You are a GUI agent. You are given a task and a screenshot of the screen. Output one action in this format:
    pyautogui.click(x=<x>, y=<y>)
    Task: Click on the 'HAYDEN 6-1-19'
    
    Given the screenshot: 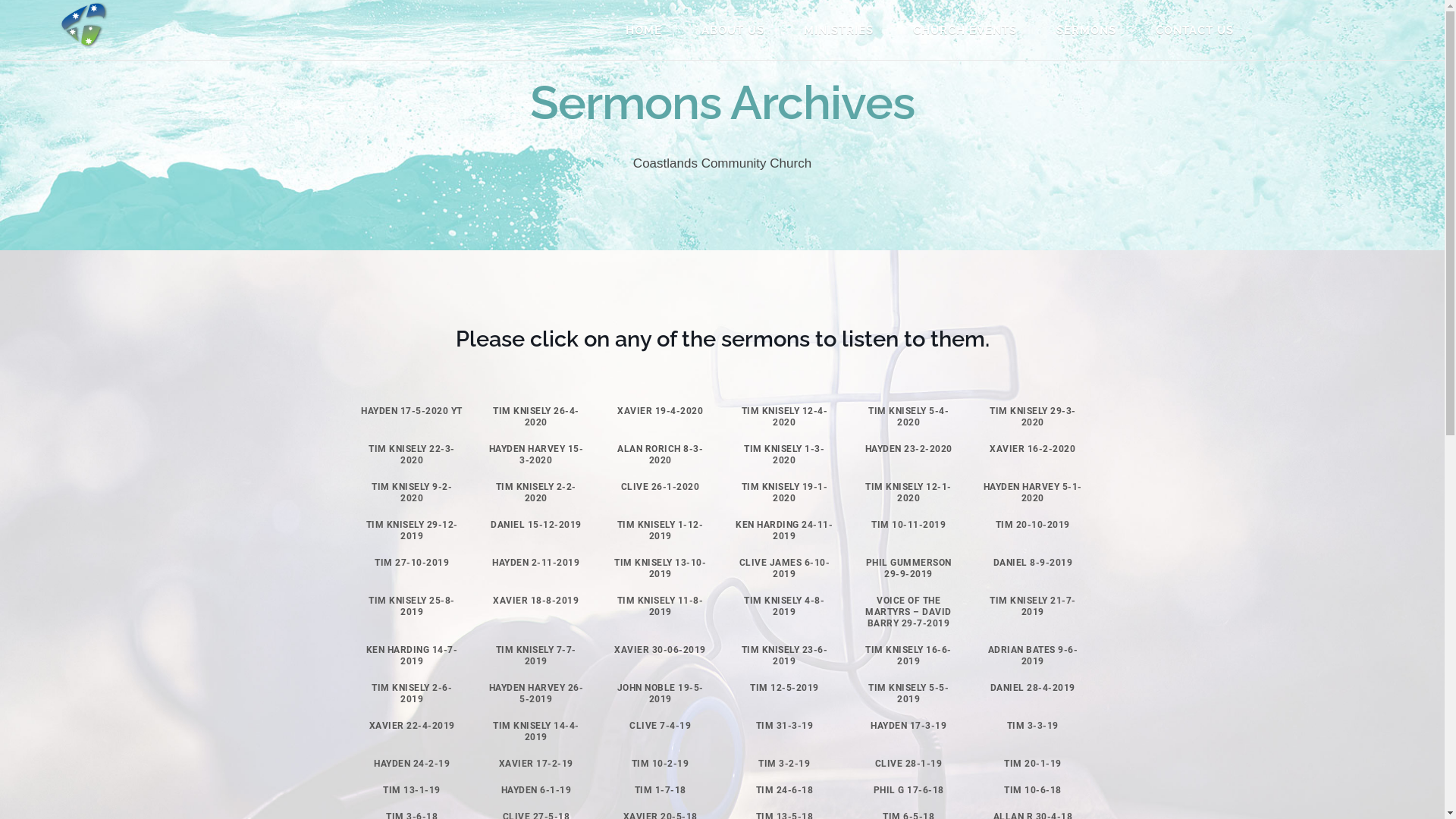 What is the action you would take?
    pyautogui.click(x=536, y=789)
    